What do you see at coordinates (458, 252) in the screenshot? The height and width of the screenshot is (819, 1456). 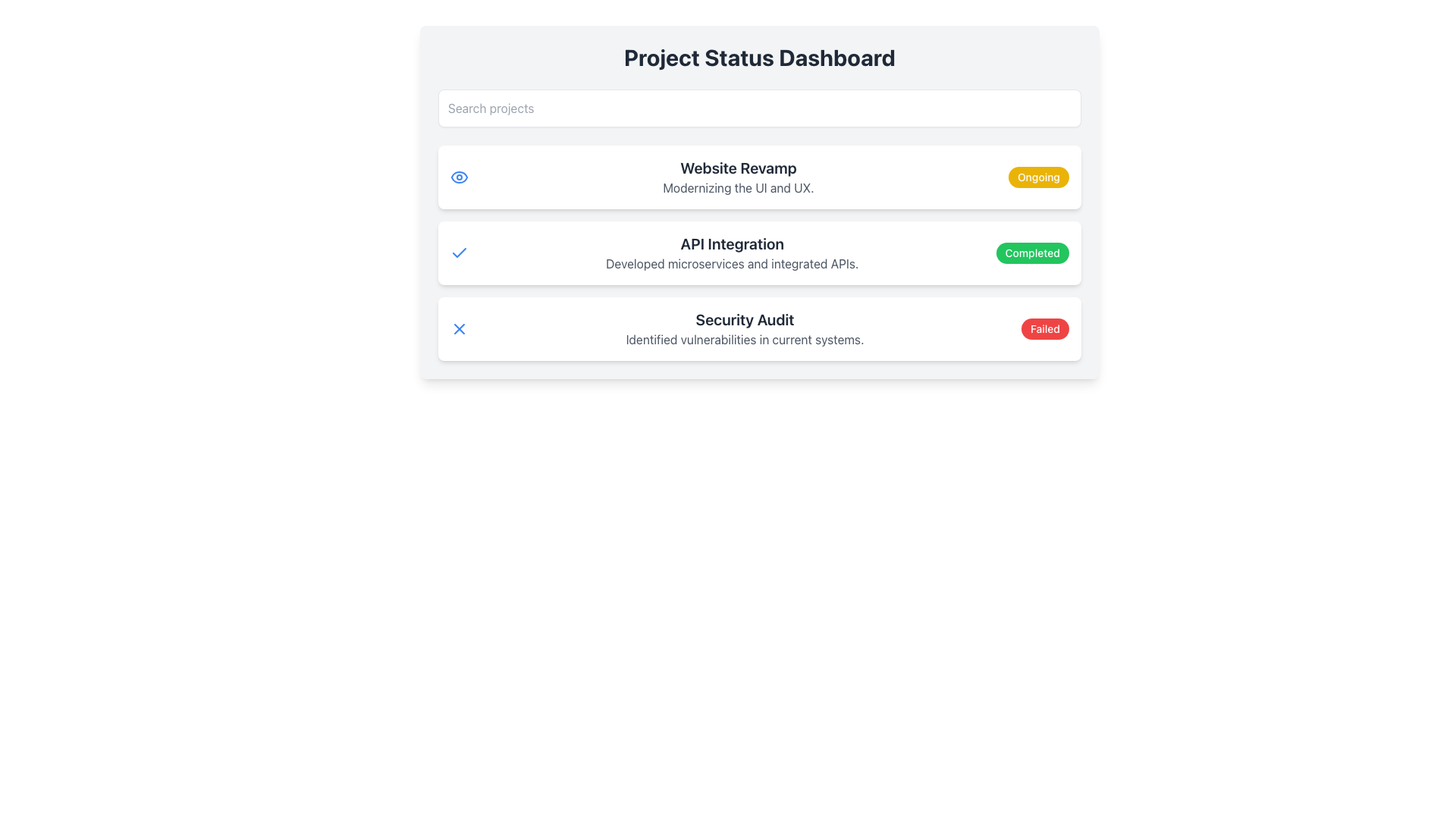 I see `the blue checkmark icon next to the 'API Integration' label in the dashboard interface` at bounding box center [458, 252].